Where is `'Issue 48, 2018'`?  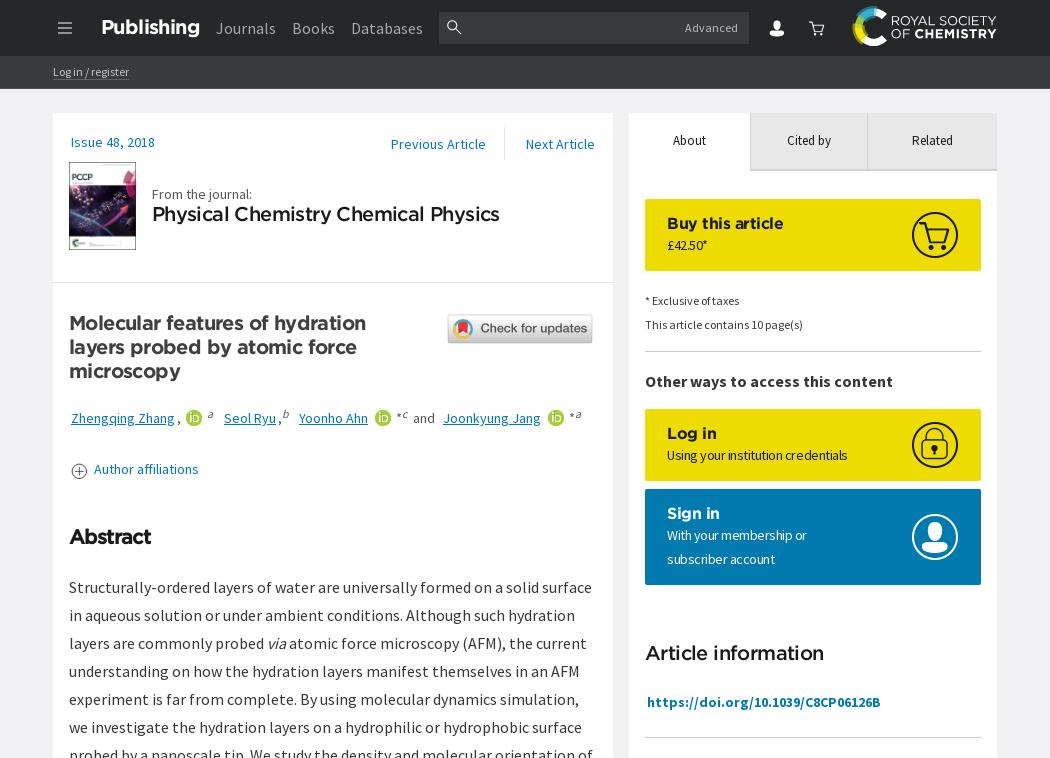 'Issue 48, 2018' is located at coordinates (112, 140).